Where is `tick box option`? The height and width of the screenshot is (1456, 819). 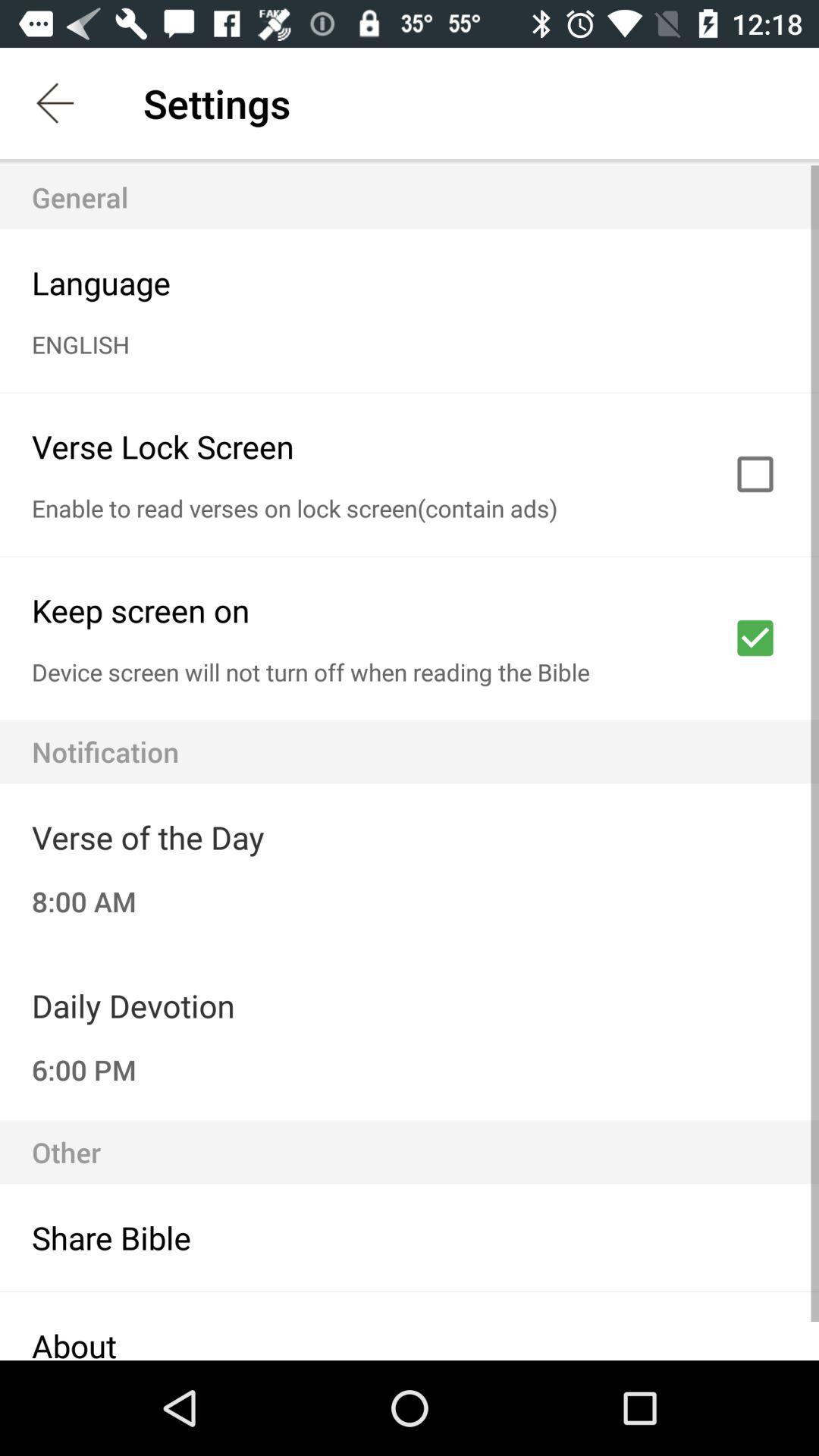 tick box option is located at coordinates (755, 473).